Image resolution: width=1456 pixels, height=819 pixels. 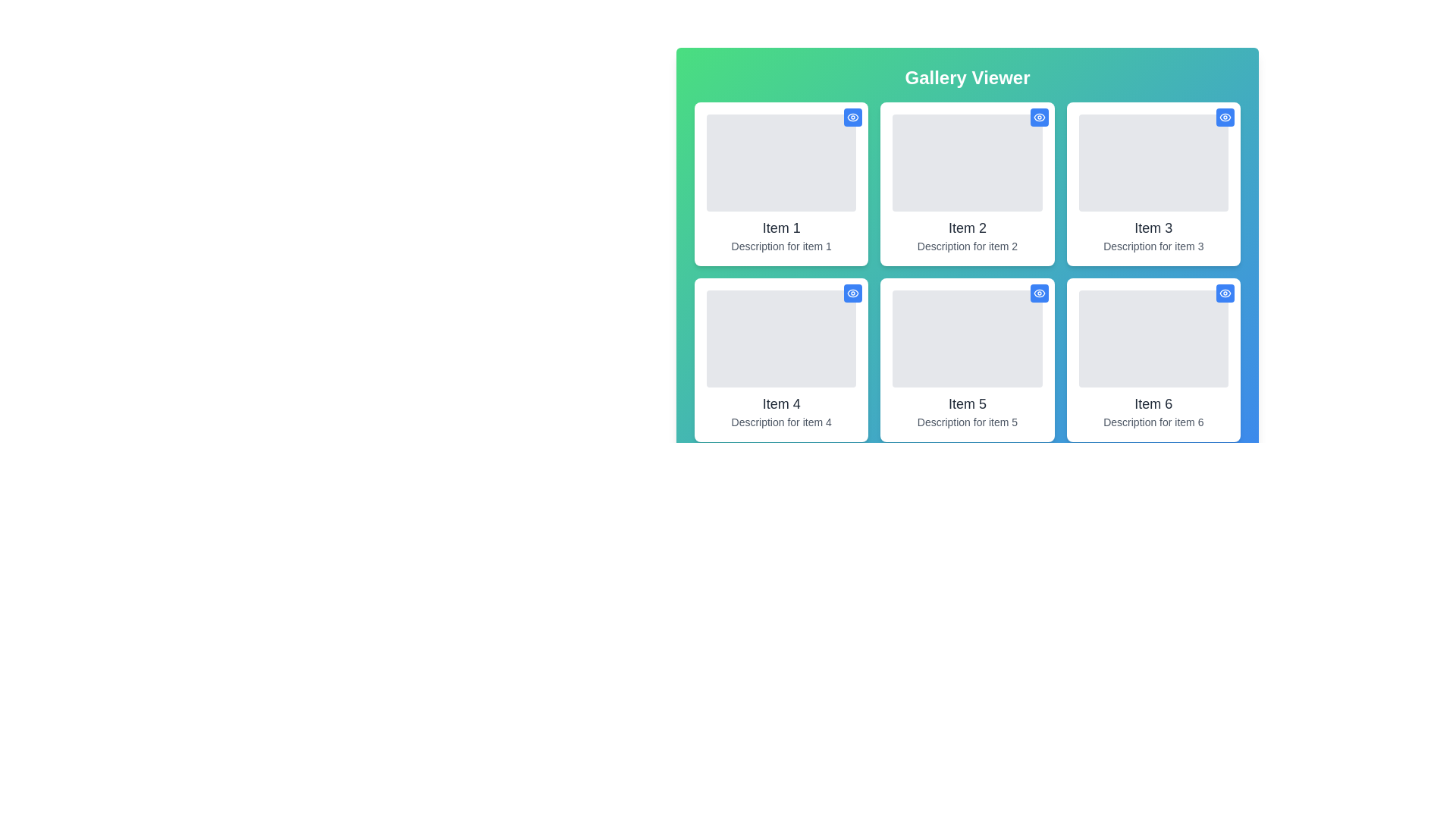 What do you see at coordinates (967, 403) in the screenshot?
I see `the text label that serves as the title for the content in the card containing 'Description for item 5', located in the second row, middle column of the grid layout` at bounding box center [967, 403].